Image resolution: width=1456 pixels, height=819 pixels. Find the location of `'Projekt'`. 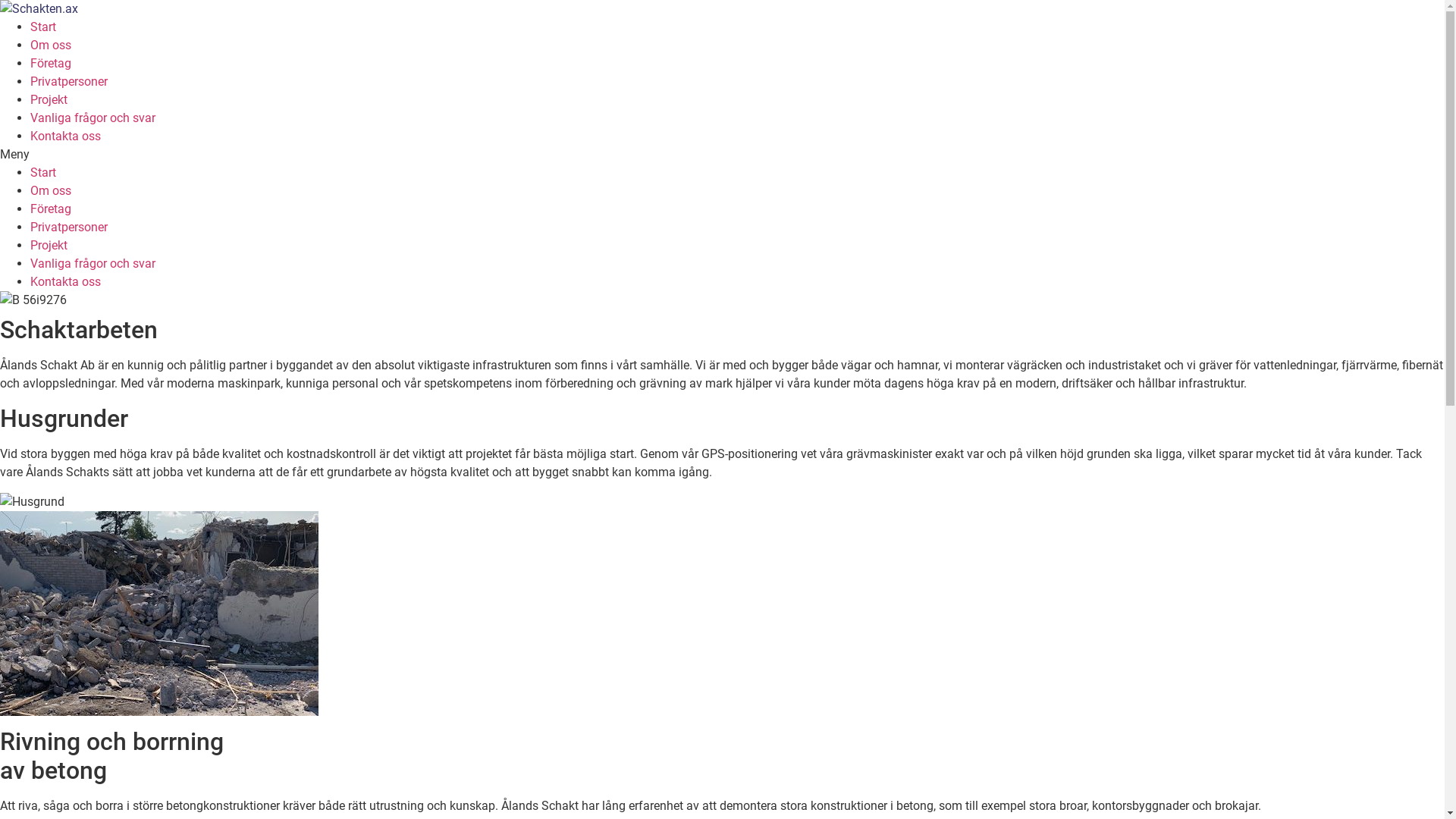

'Projekt' is located at coordinates (30, 99).